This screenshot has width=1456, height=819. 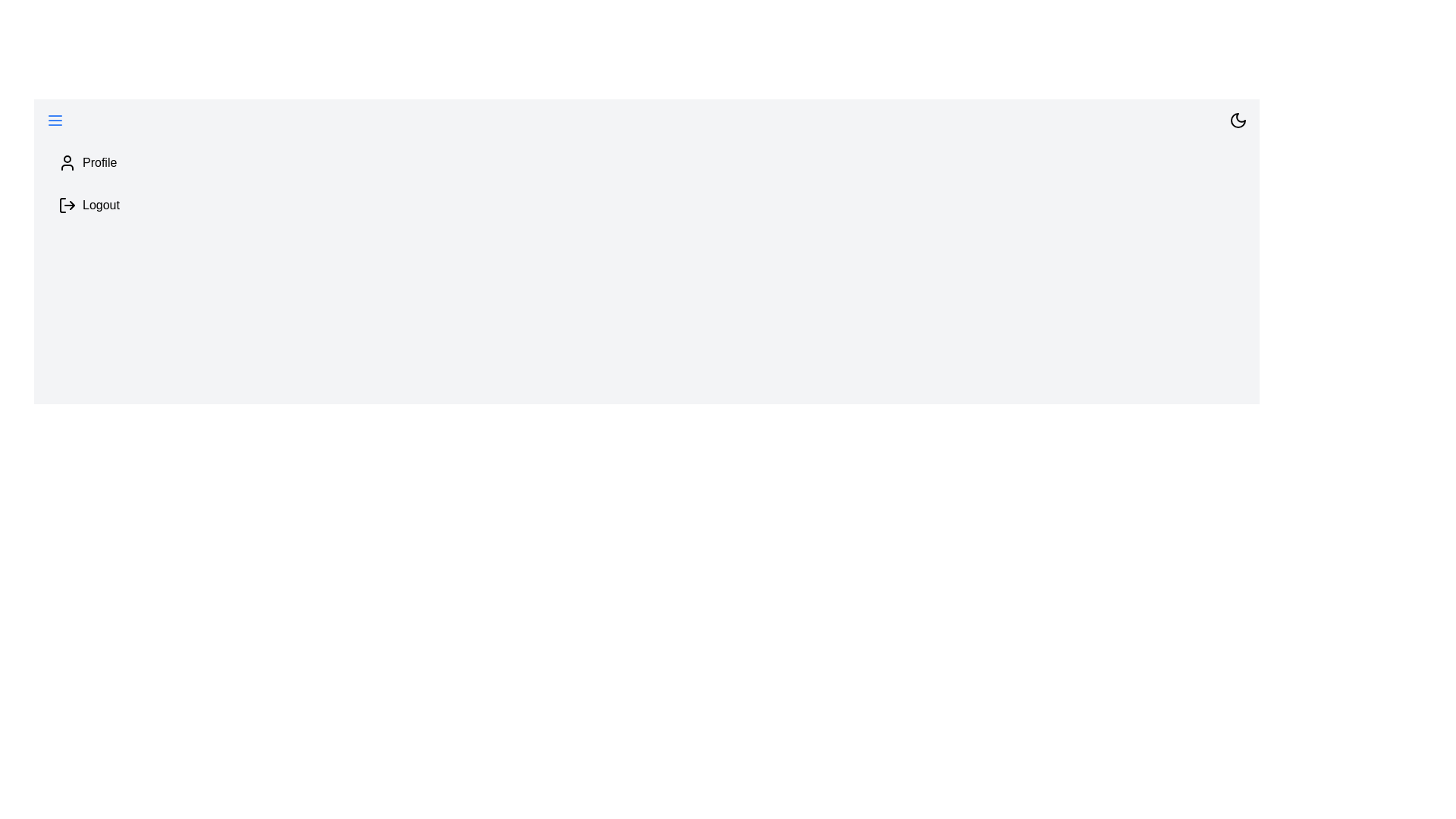 I want to click on the button located at the far-left of the horizontal header layout, so click(x=55, y=119).